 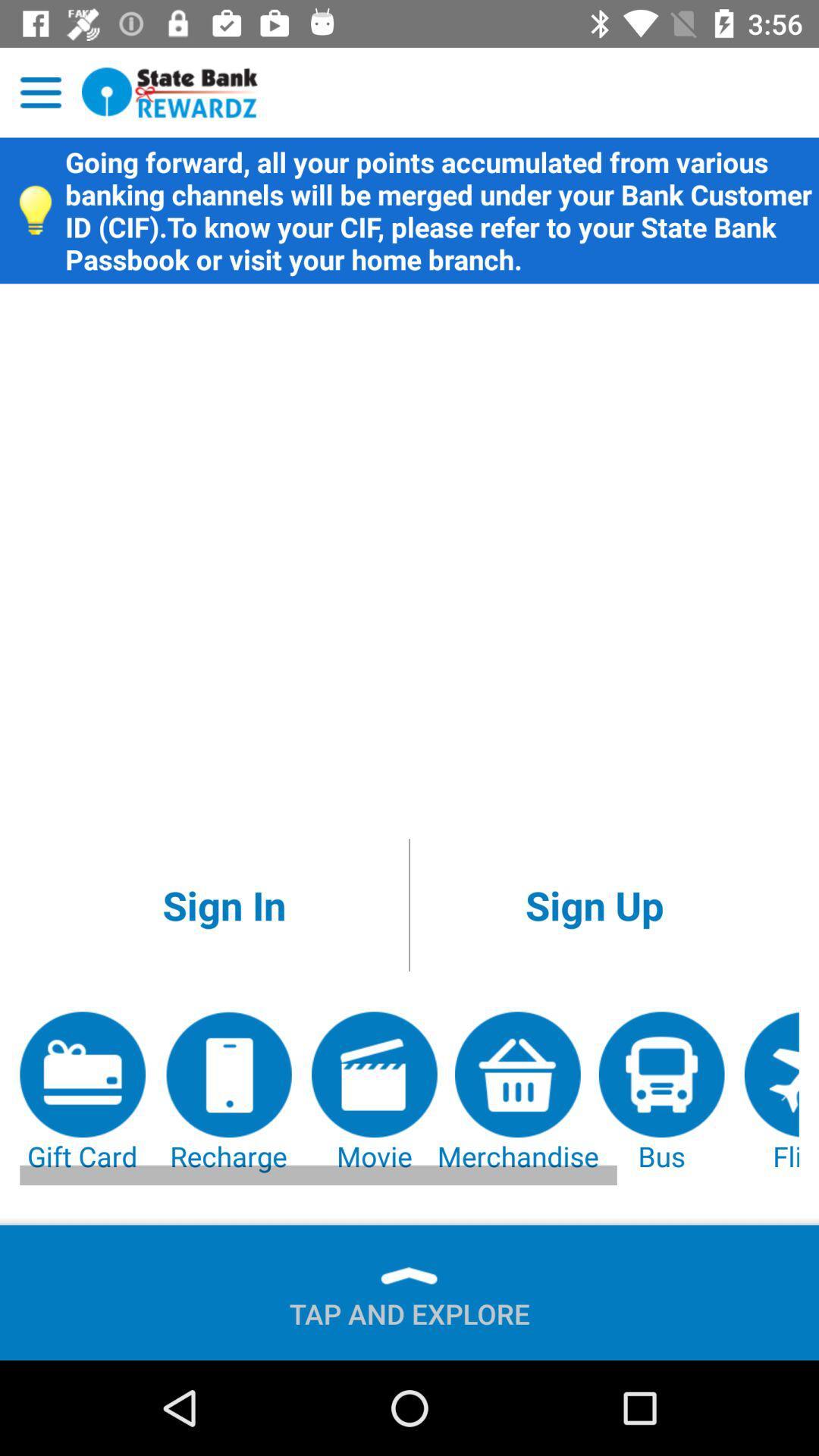 I want to click on icon above movie item, so click(x=594, y=905).